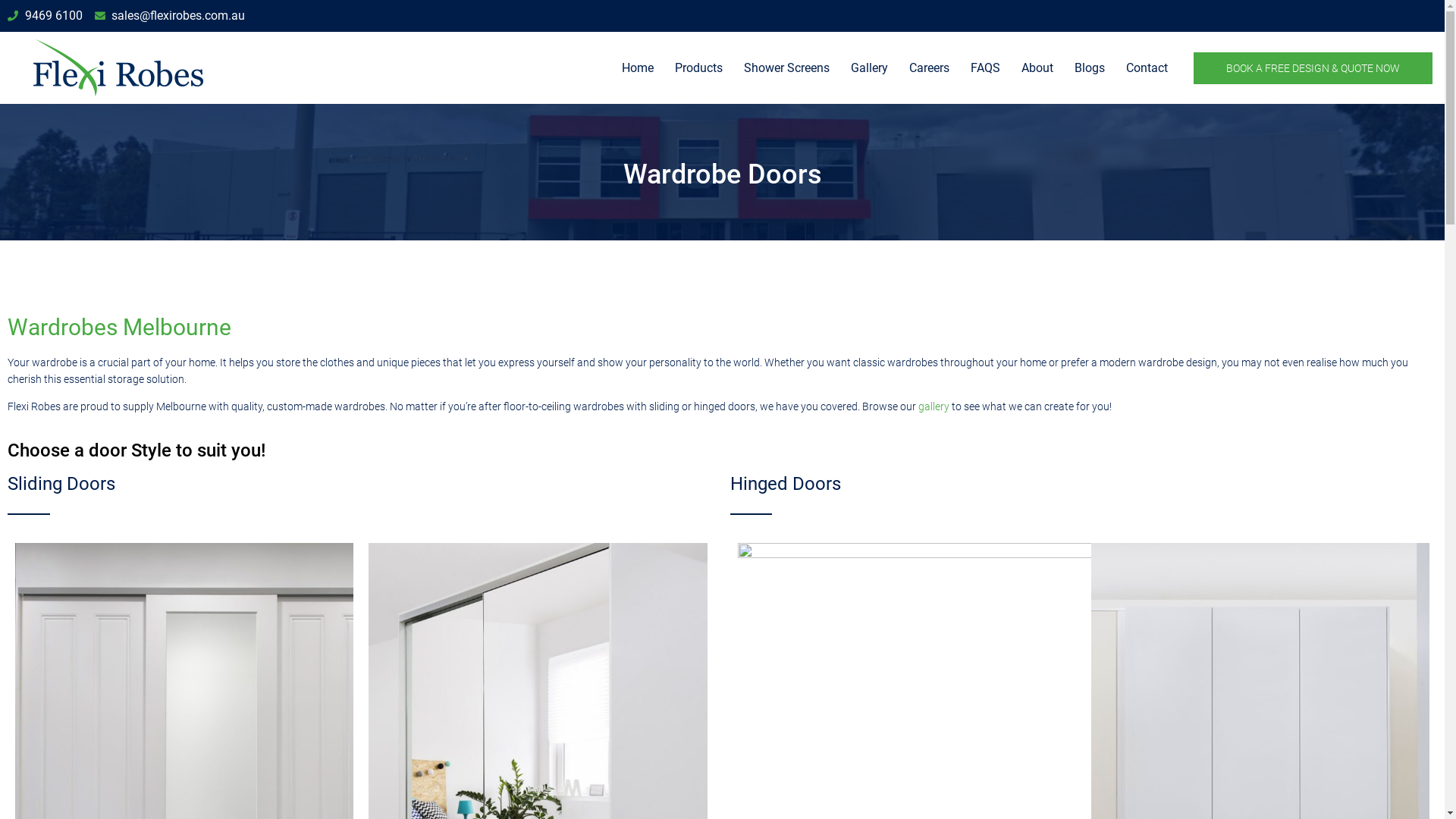  Describe the element at coordinates (928, 67) in the screenshot. I see `'Careers'` at that location.